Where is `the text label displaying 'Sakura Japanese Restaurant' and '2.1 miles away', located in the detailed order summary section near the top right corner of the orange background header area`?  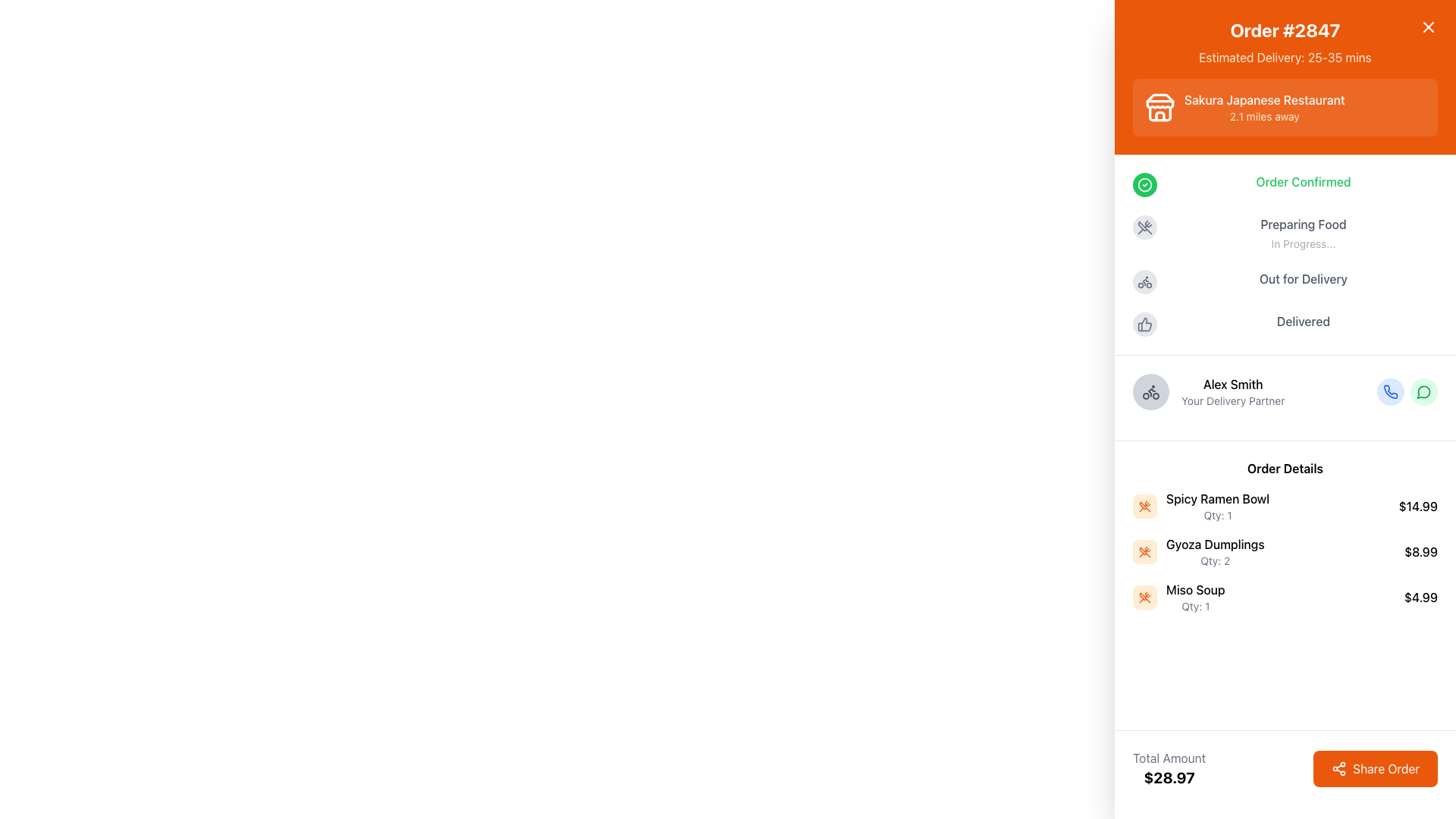 the text label displaying 'Sakura Japanese Restaurant' and '2.1 miles away', located in the detailed order summary section near the top right corner of the orange background header area is located at coordinates (1264, 107).